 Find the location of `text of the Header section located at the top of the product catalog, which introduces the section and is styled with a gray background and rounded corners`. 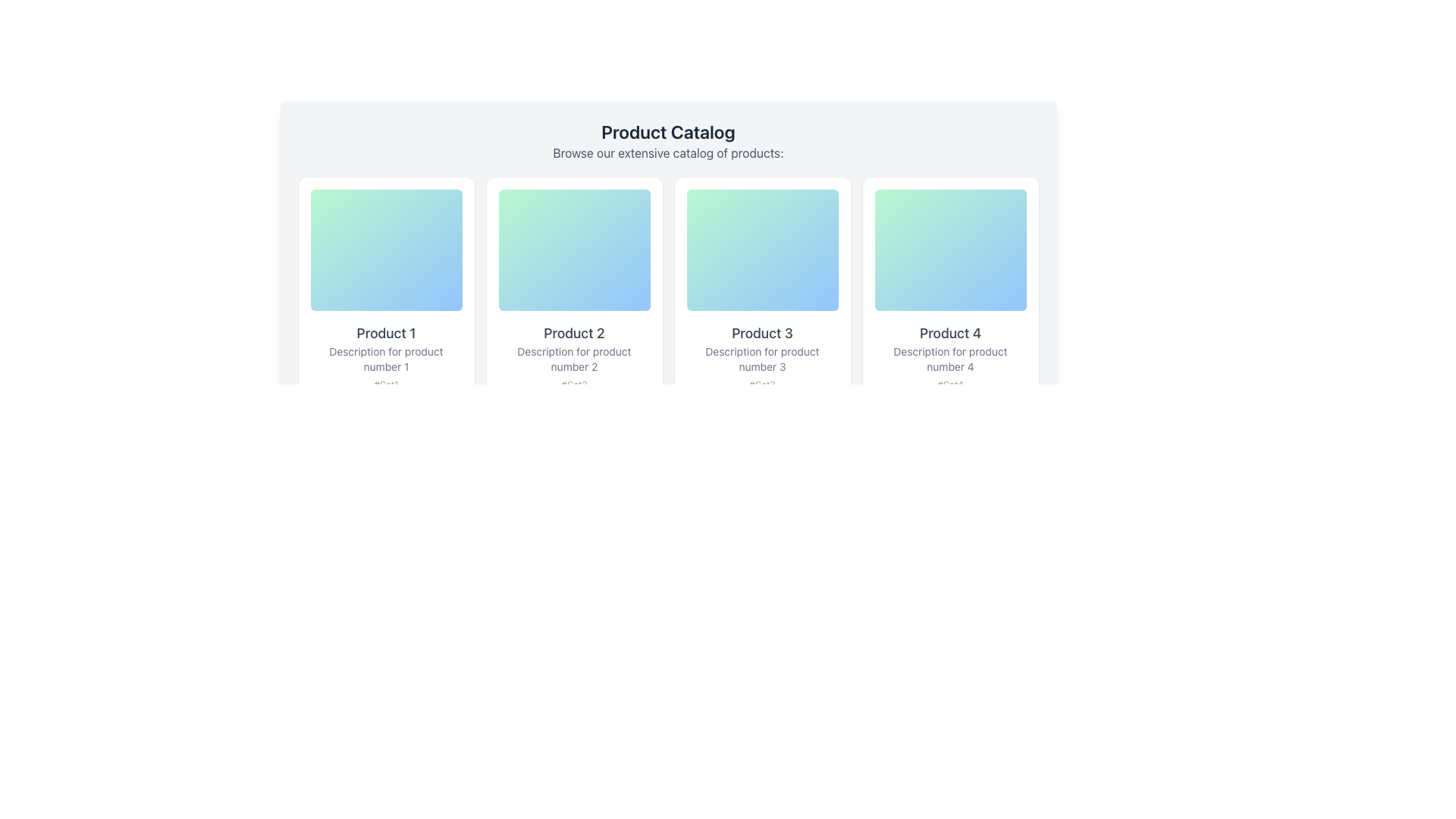

text of the Header section located at the top of the product catalog, which introduces the section and is styled with a gray background and rounded corners is located at coordinates (667, 140).